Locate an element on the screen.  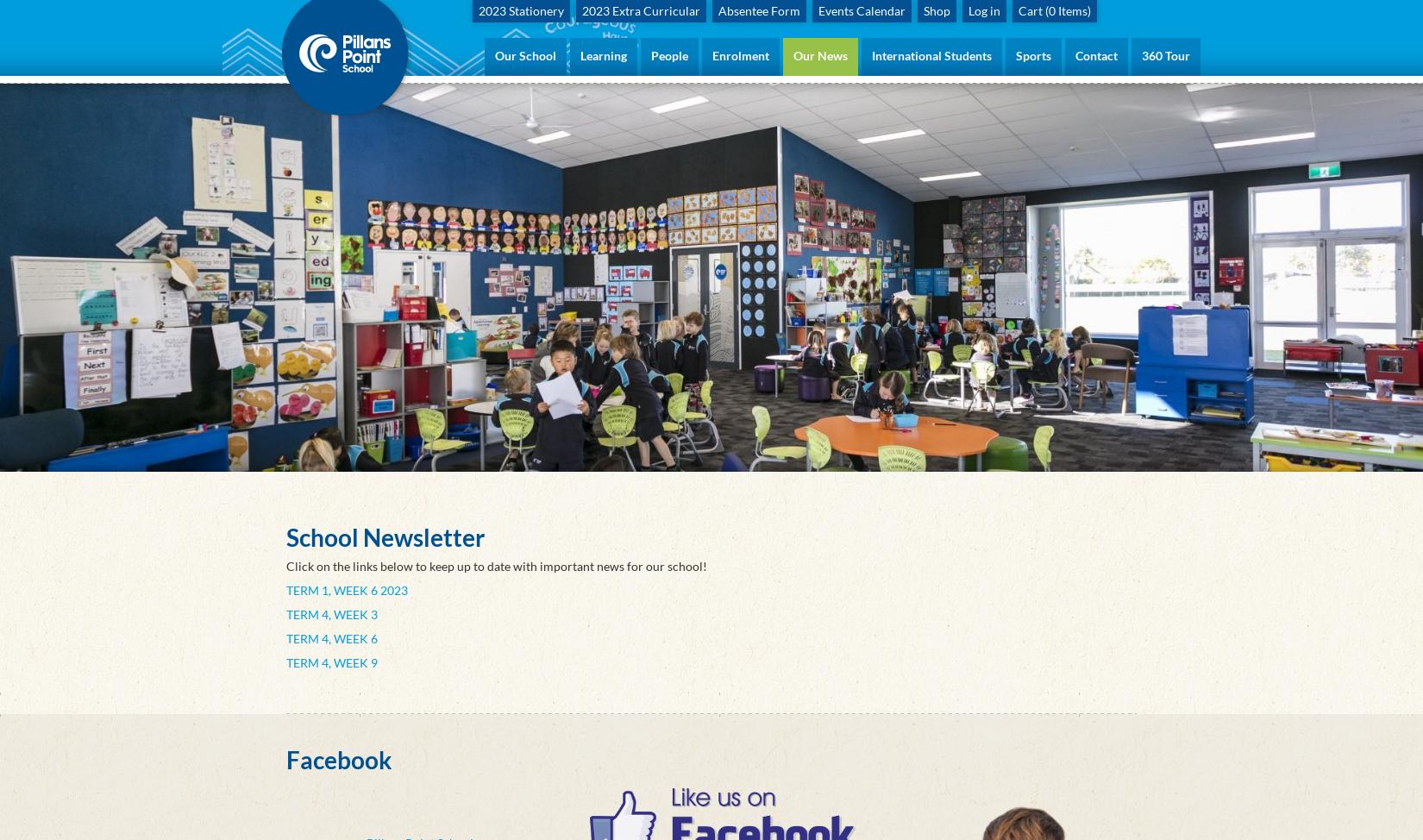
'Contact' is located at coordinates (1095, 55).